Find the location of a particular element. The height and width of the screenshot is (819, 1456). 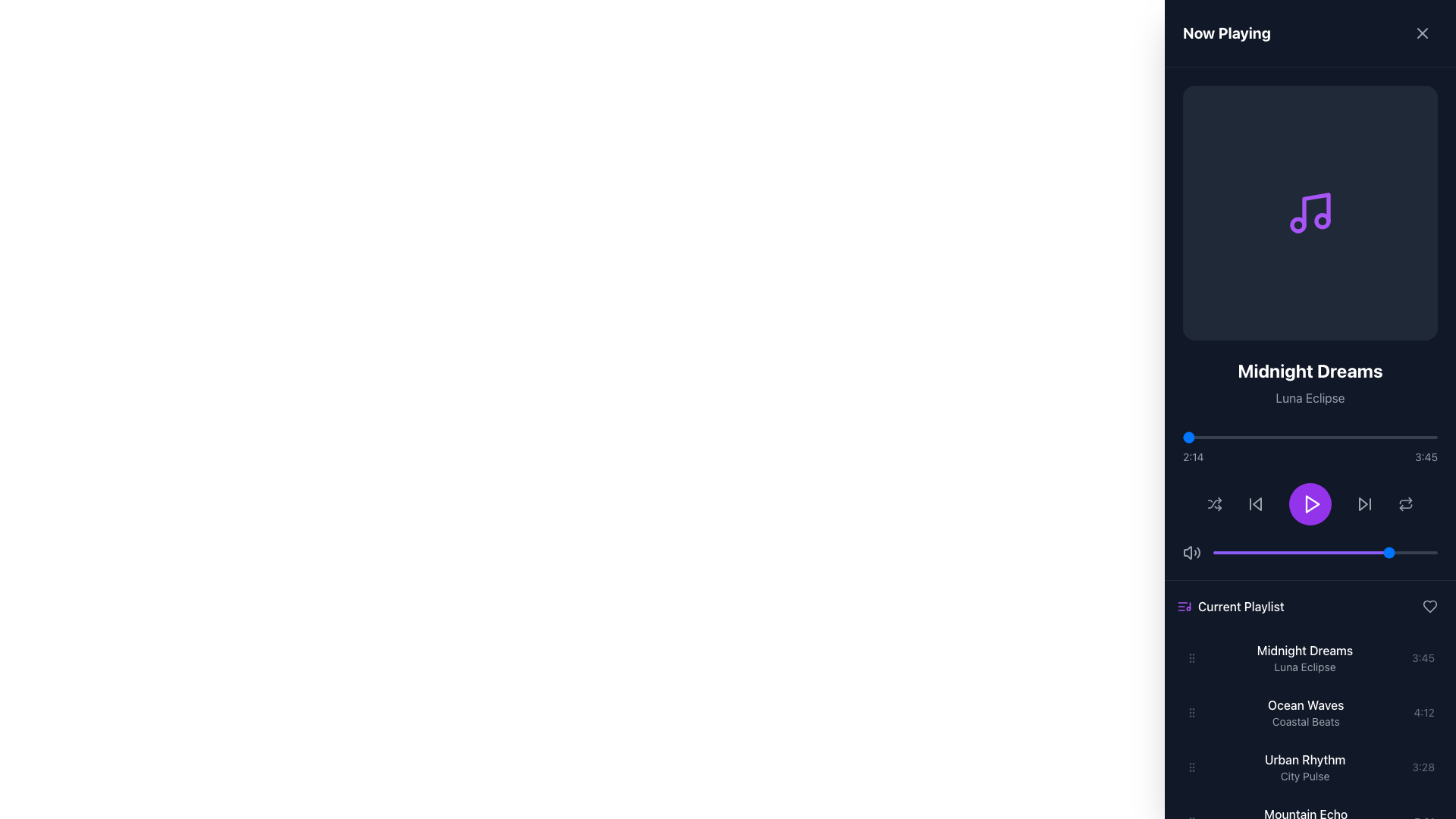

the slider is located at coordinates (1320, 553).